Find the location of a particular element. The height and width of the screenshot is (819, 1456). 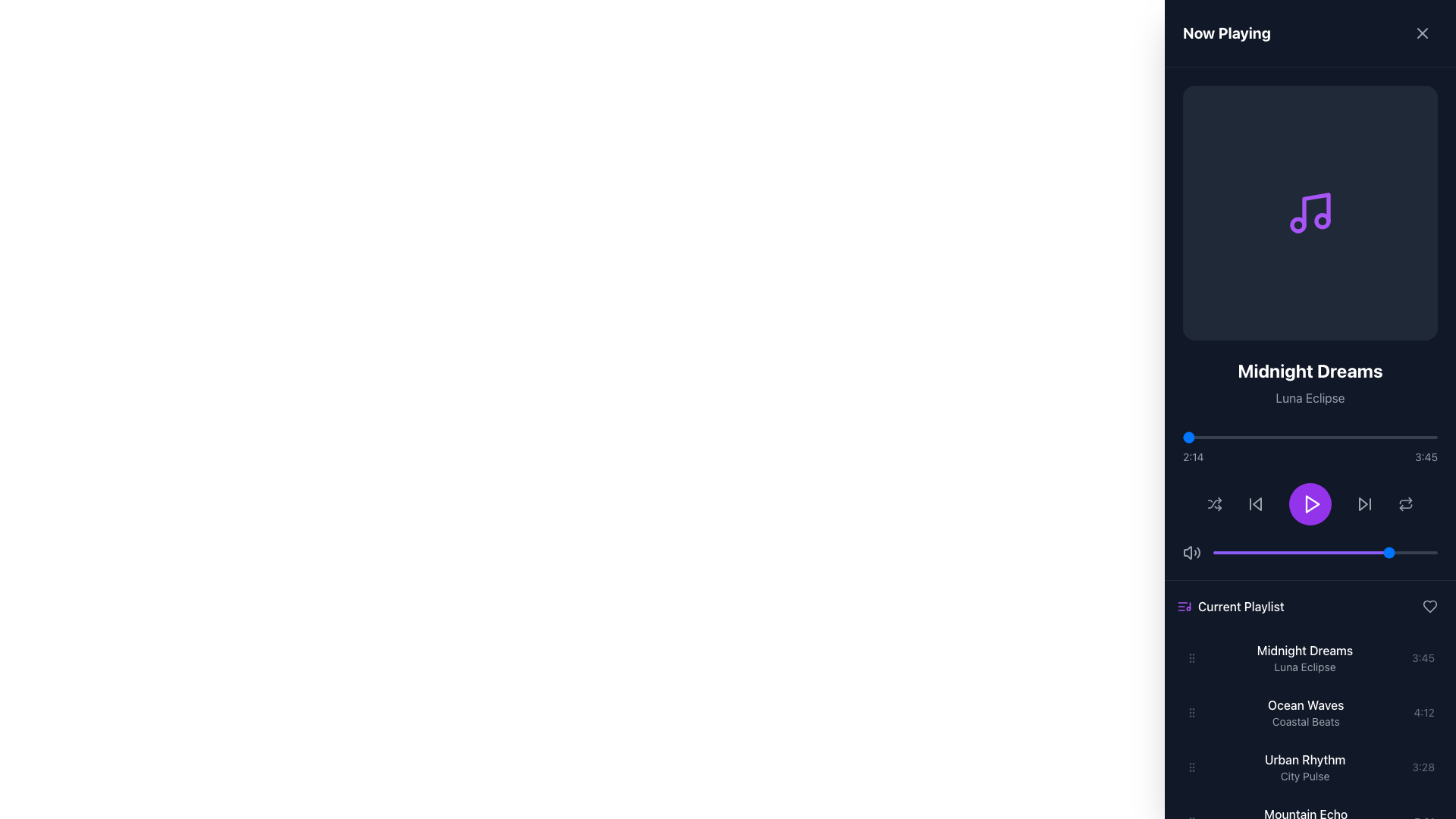

the slider is located at coordinates (1320, 553).